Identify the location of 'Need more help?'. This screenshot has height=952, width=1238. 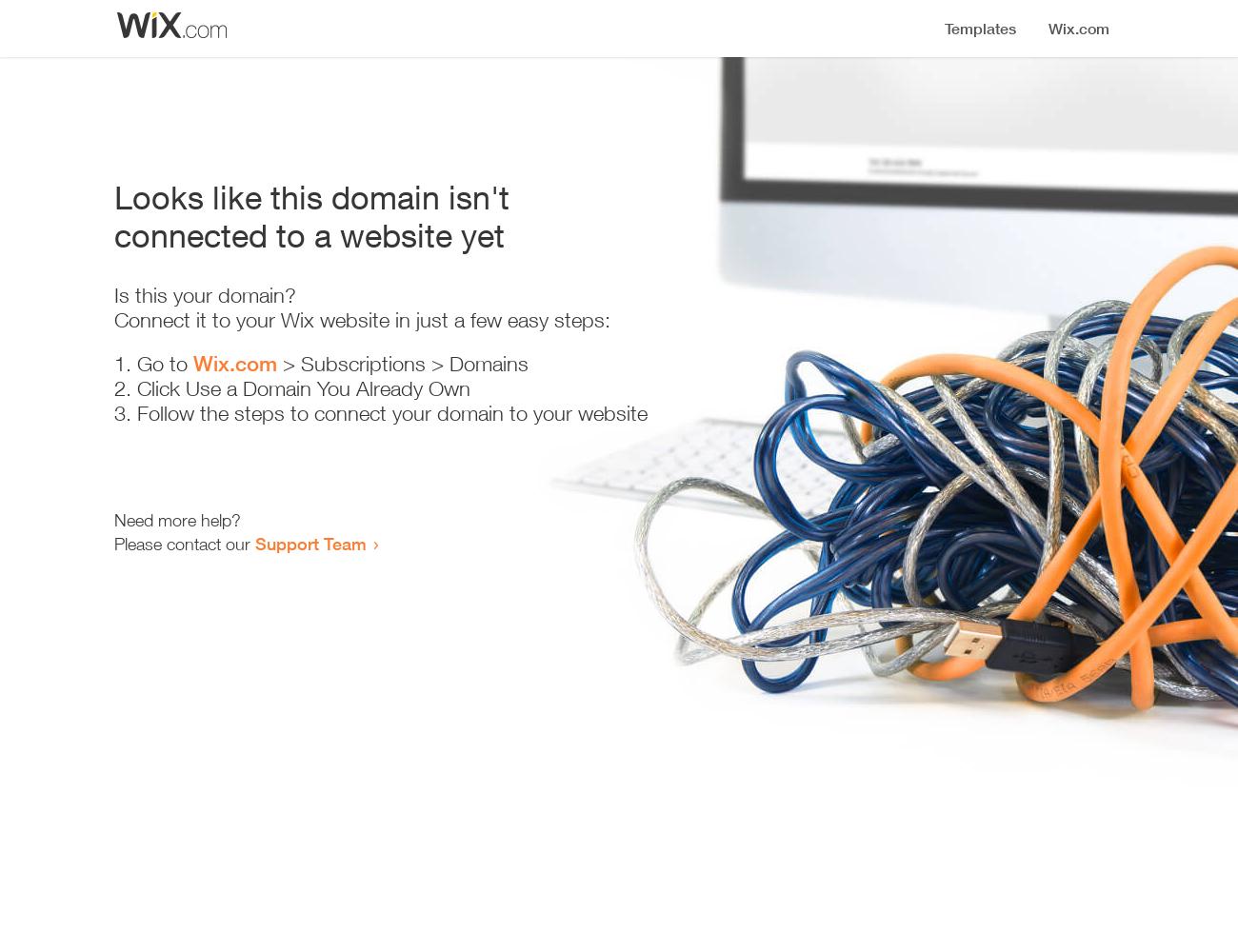
(177, 520).